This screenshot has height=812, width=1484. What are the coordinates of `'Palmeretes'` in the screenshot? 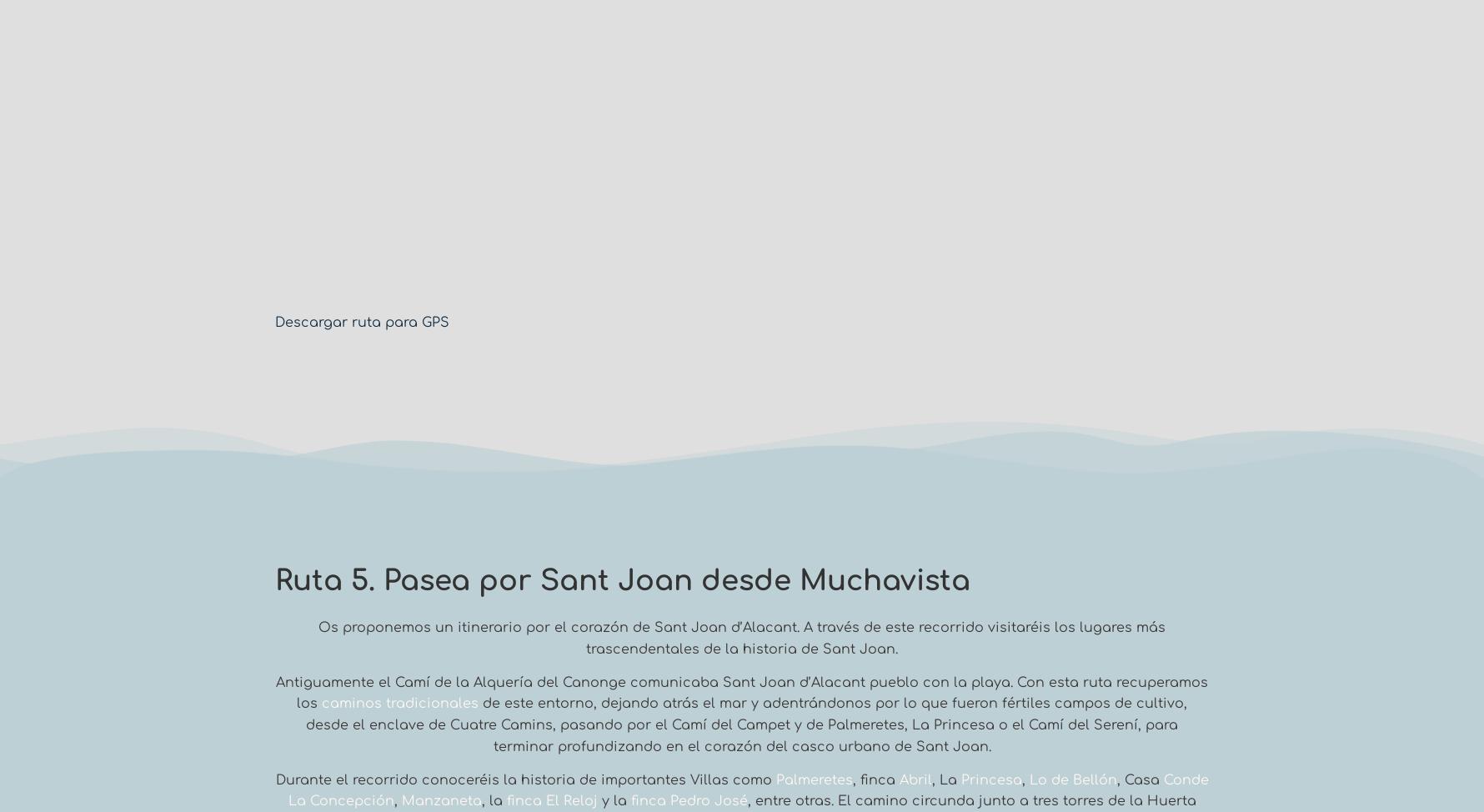 It's located at (812, 779).